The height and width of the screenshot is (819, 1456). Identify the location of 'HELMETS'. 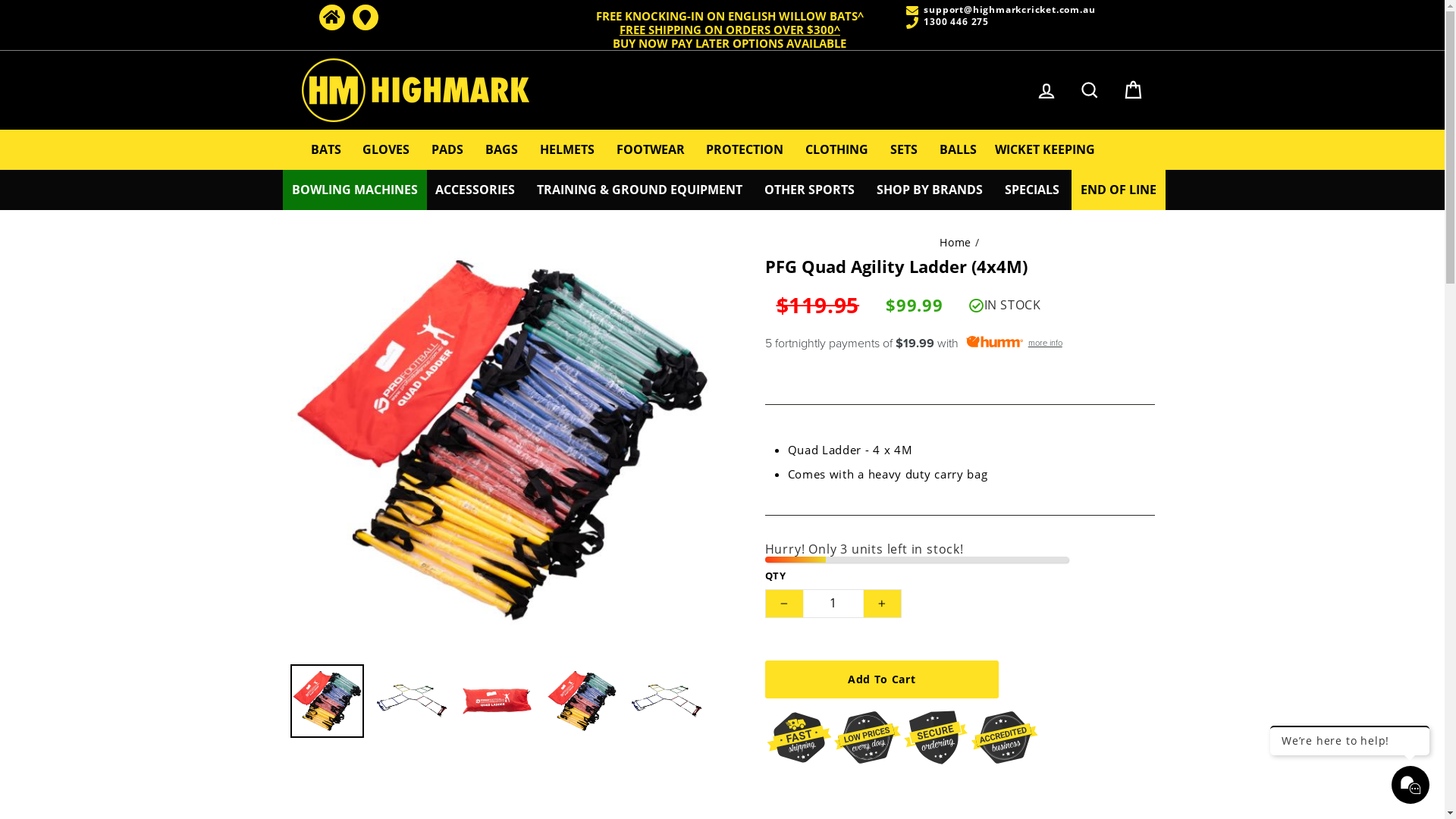
(531, 149).